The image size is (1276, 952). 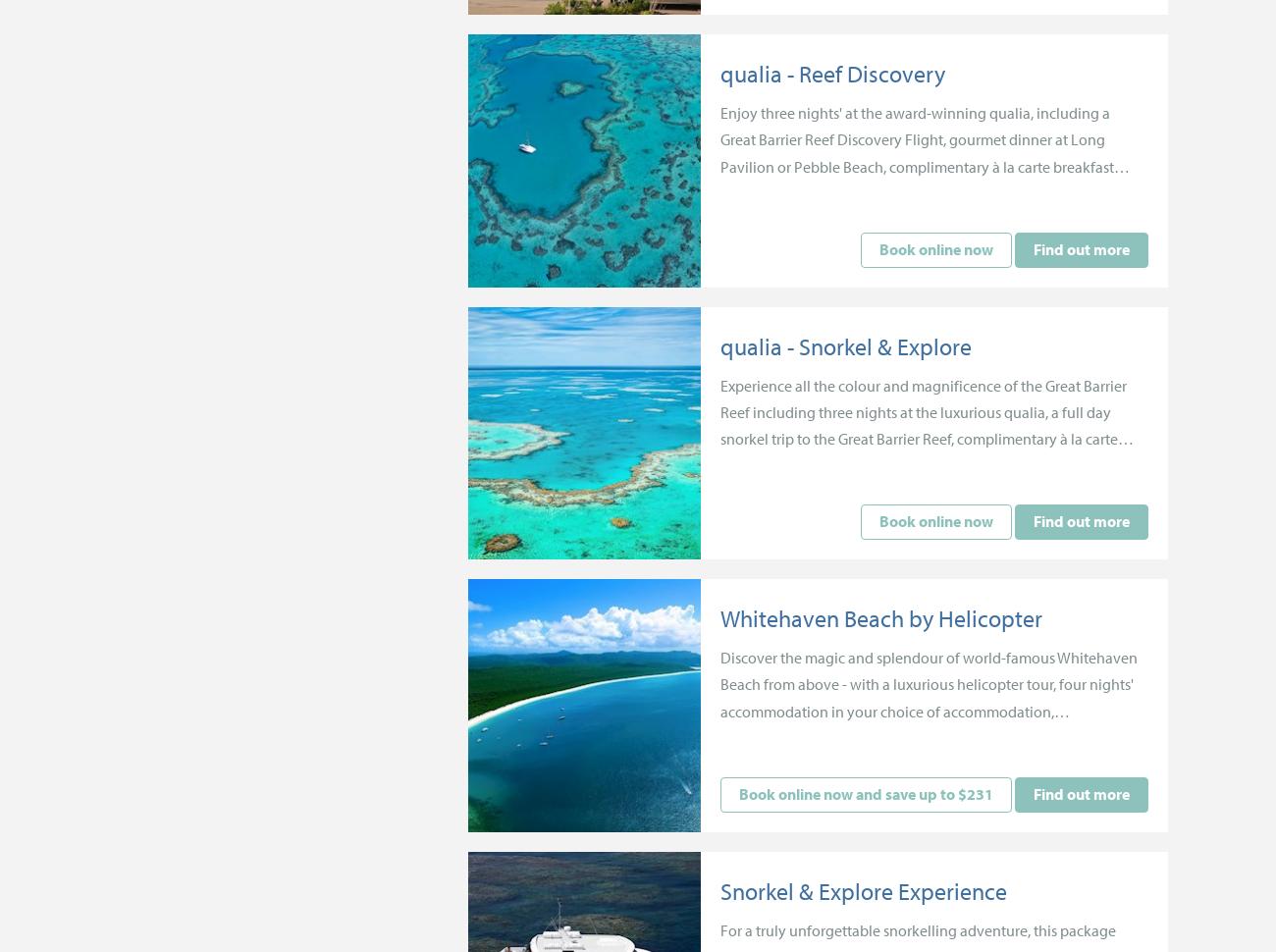 I want to click on 'Discover the magic and splendour of world-famous Whitehaven Beach from above - with a luxurious helicopter tour, four nights' accommodation in your choice of accommodation, complimentary breakfast and more.', so click(x=719, y=697).